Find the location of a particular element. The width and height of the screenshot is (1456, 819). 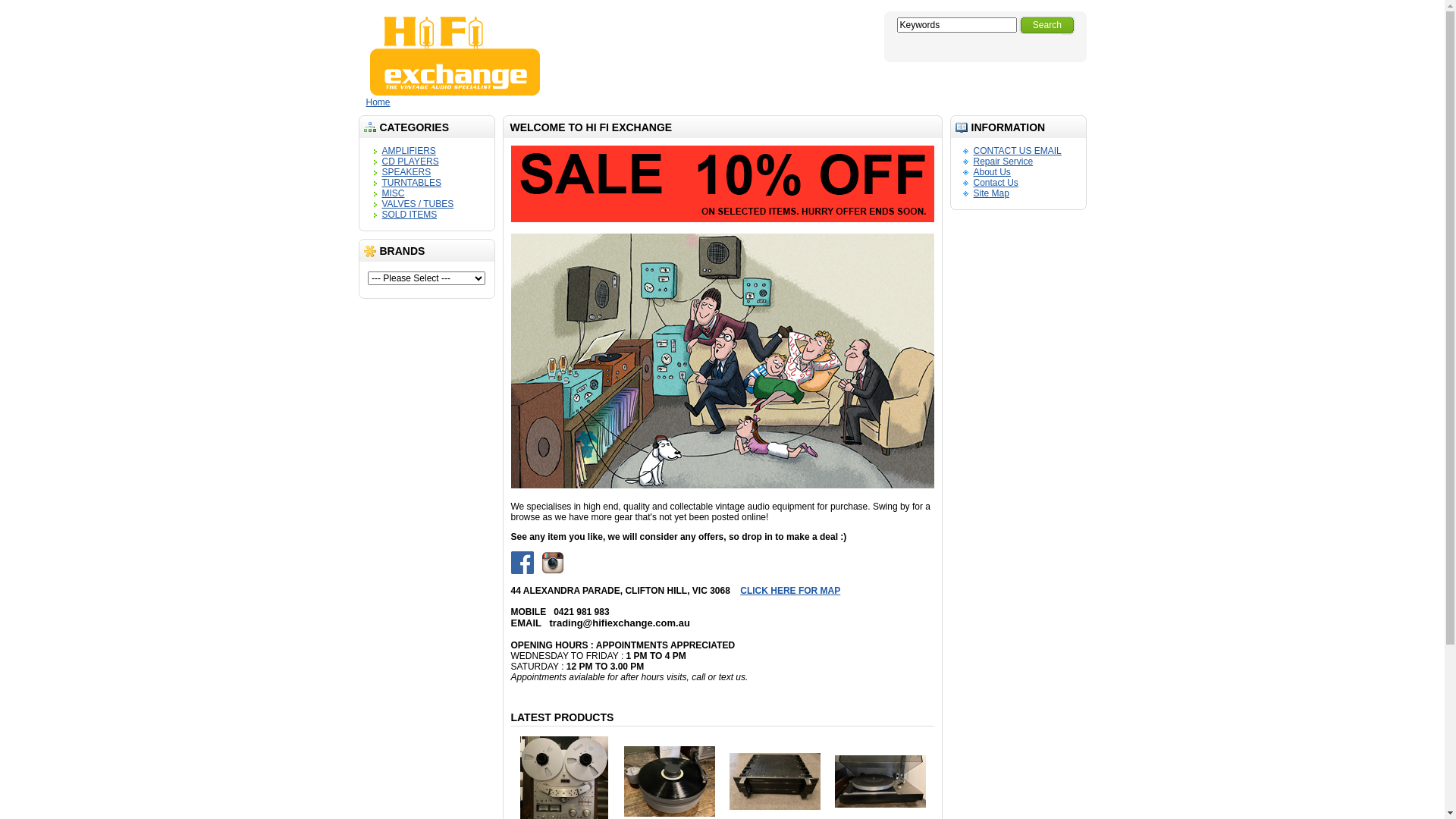

'MISC' is located at coordinates (393, 192).